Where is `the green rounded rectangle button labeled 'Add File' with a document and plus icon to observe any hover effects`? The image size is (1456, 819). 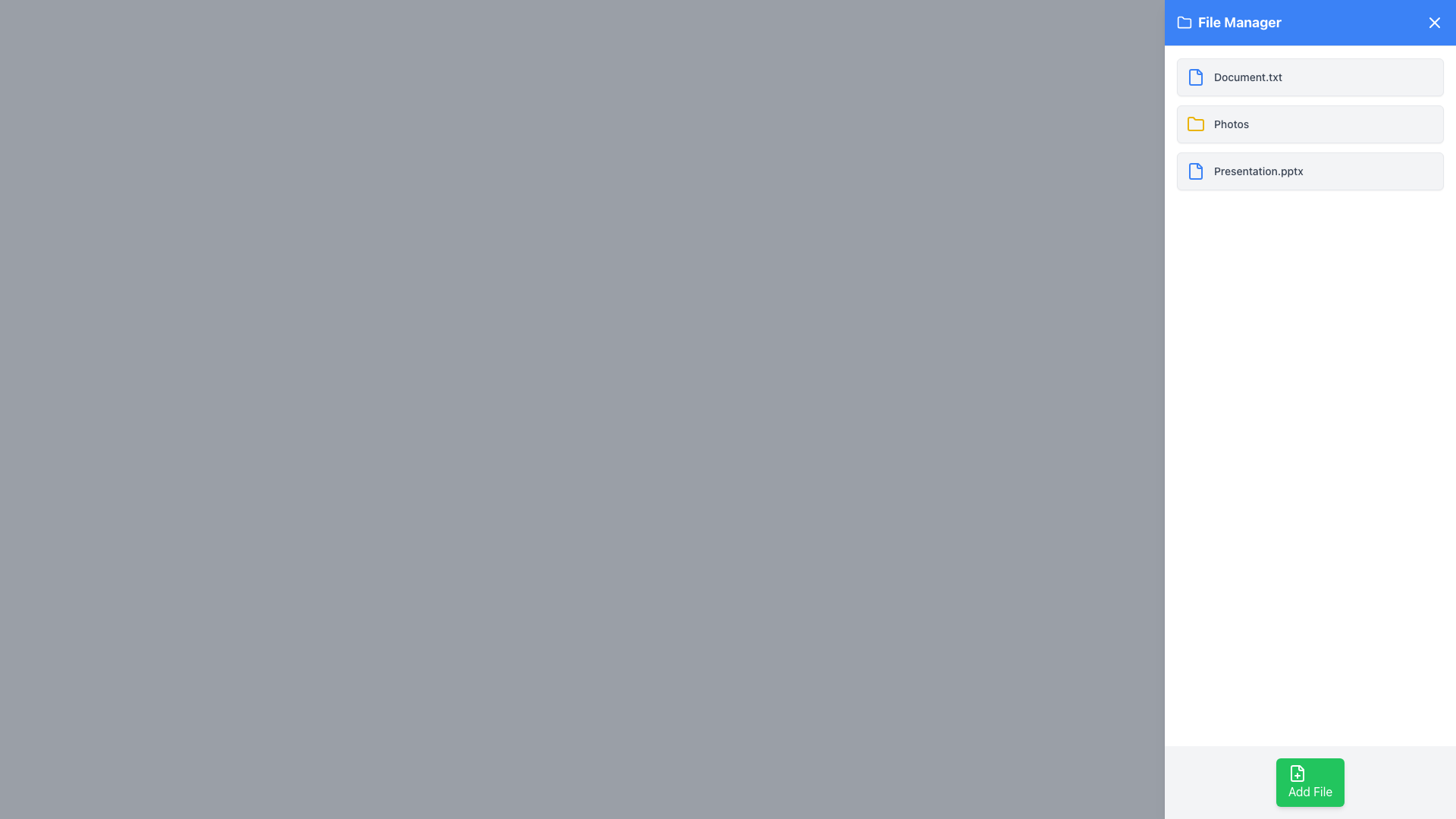
the green rounded rectangle button labeled 'Add File' with a document and plus icon to observe any hover effects is located at coordinates (1310, 783).